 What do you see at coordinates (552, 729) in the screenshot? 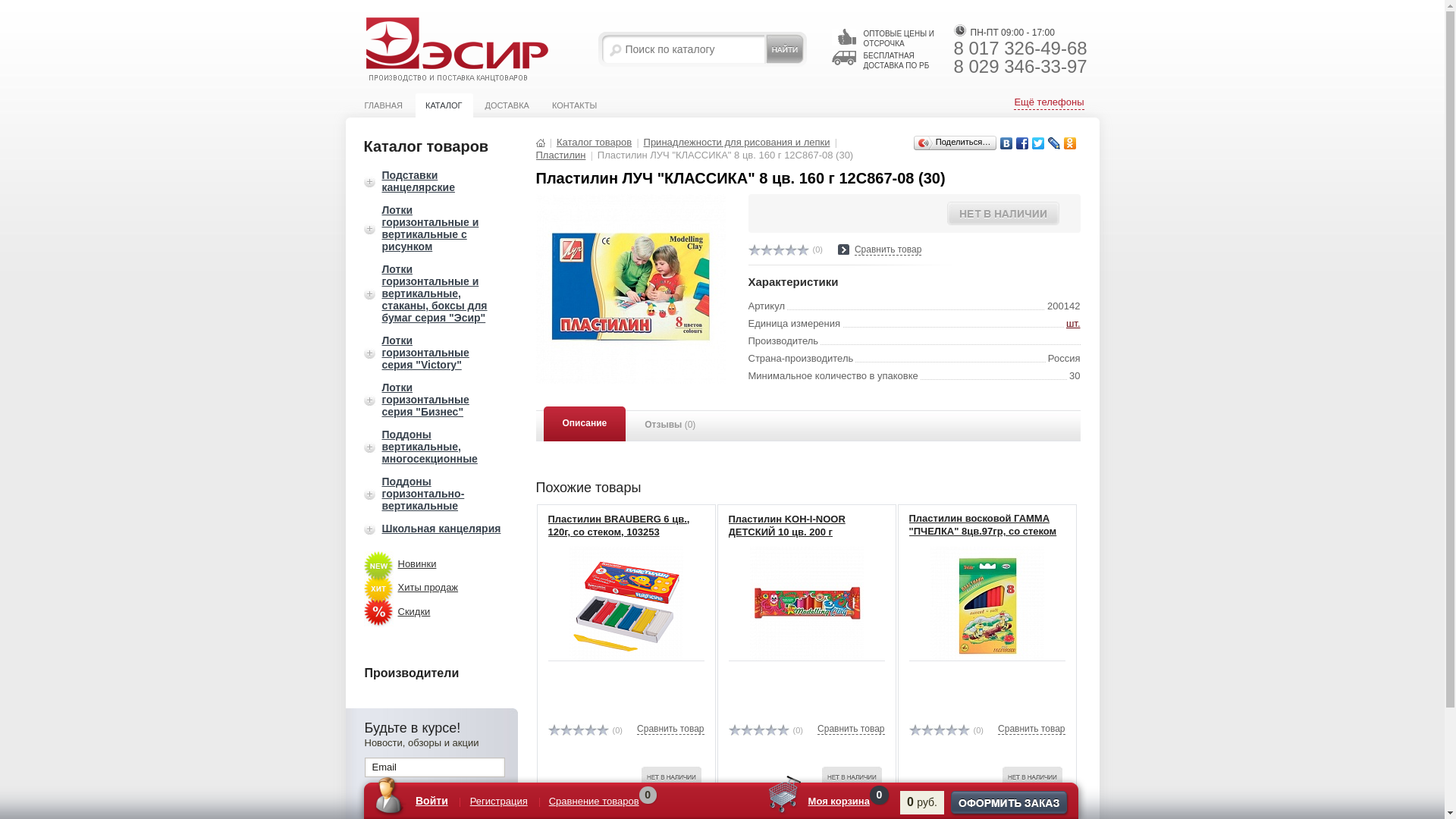
I see `'1'` at bounding box center [552, 729].